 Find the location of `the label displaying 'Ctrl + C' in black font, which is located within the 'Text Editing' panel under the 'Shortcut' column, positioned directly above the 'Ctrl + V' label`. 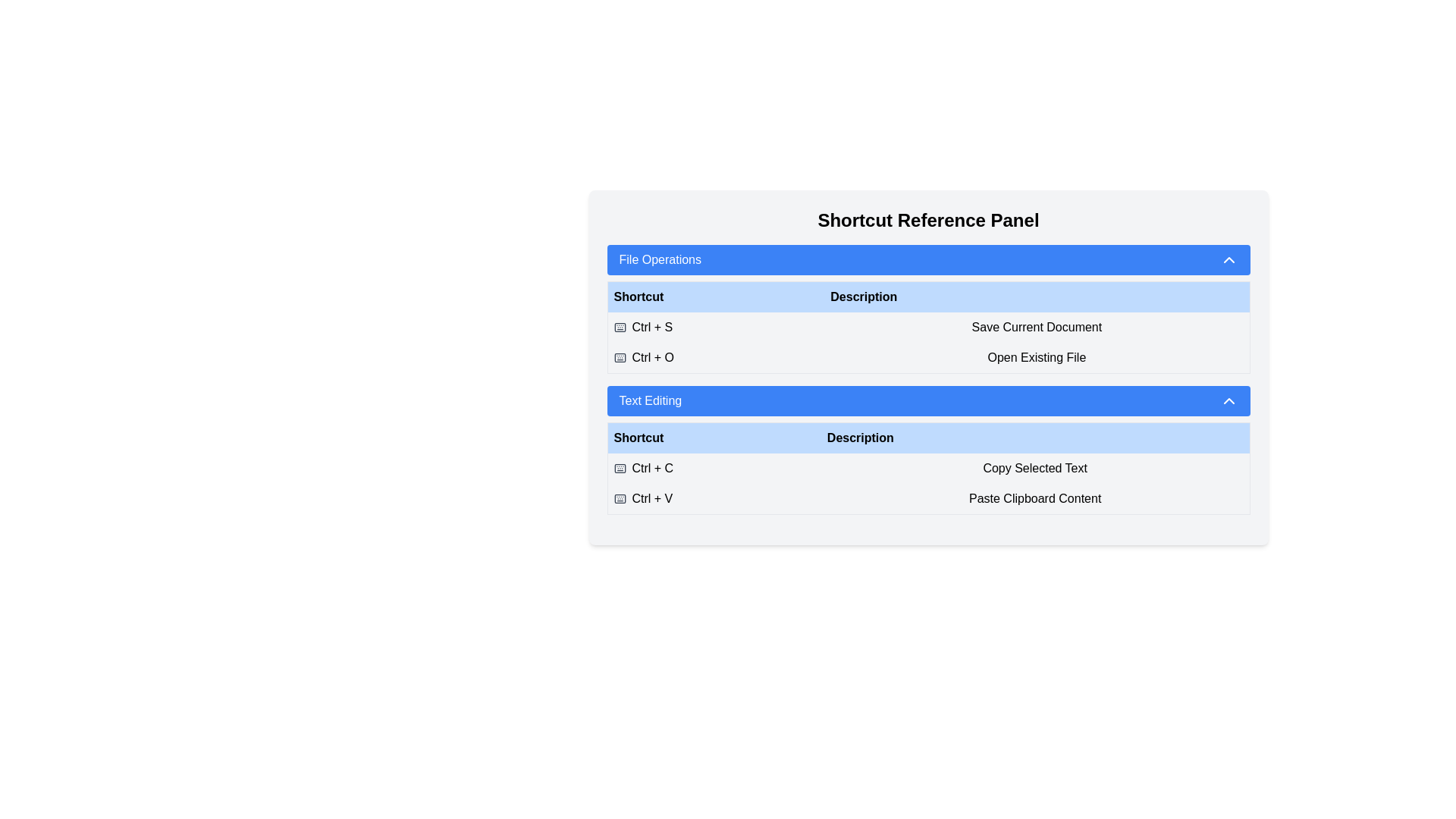

the label displaying 'Ctrl + C' in black font, which is located within the 'Text Editing' panel under the 'Shortcut' column, positioned directly above the 'Ctrl + V' label is located at coordinates (652, 467).